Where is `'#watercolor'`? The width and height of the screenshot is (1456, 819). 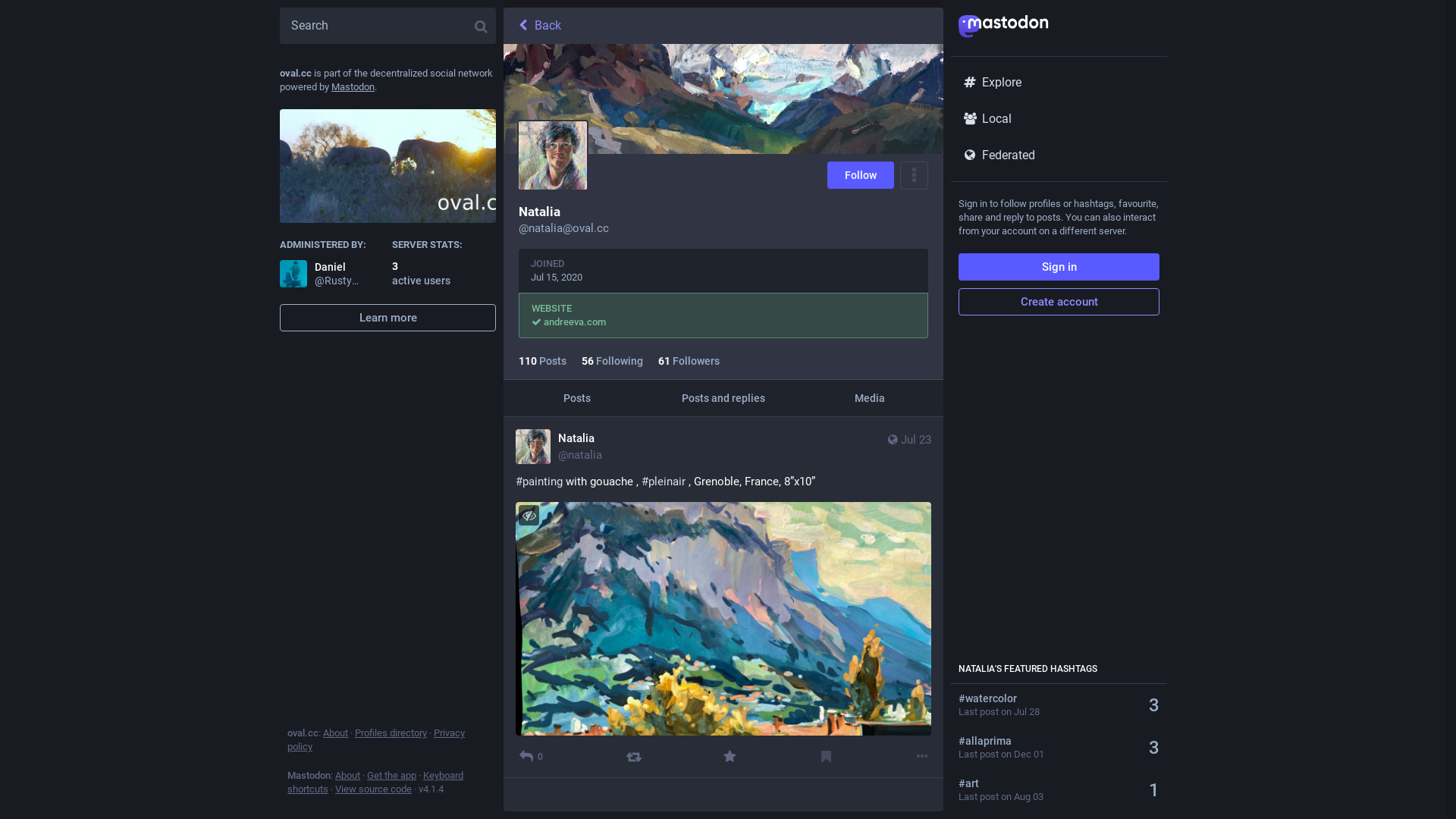
'#watercolor' is located at coordinates (1047, 698).